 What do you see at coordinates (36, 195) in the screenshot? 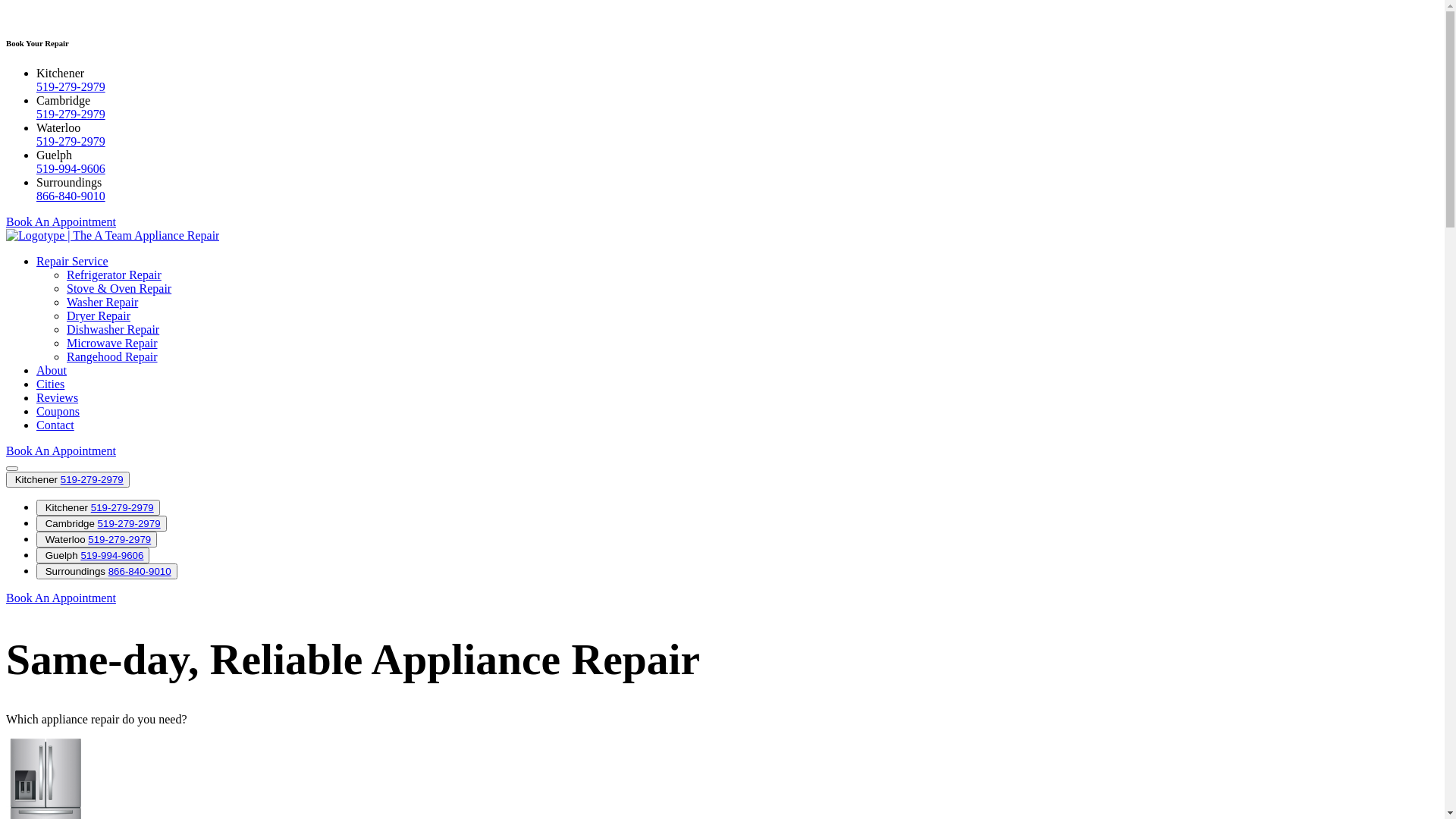
I see `'866-840-9010'` at bounding box center [36, 195].